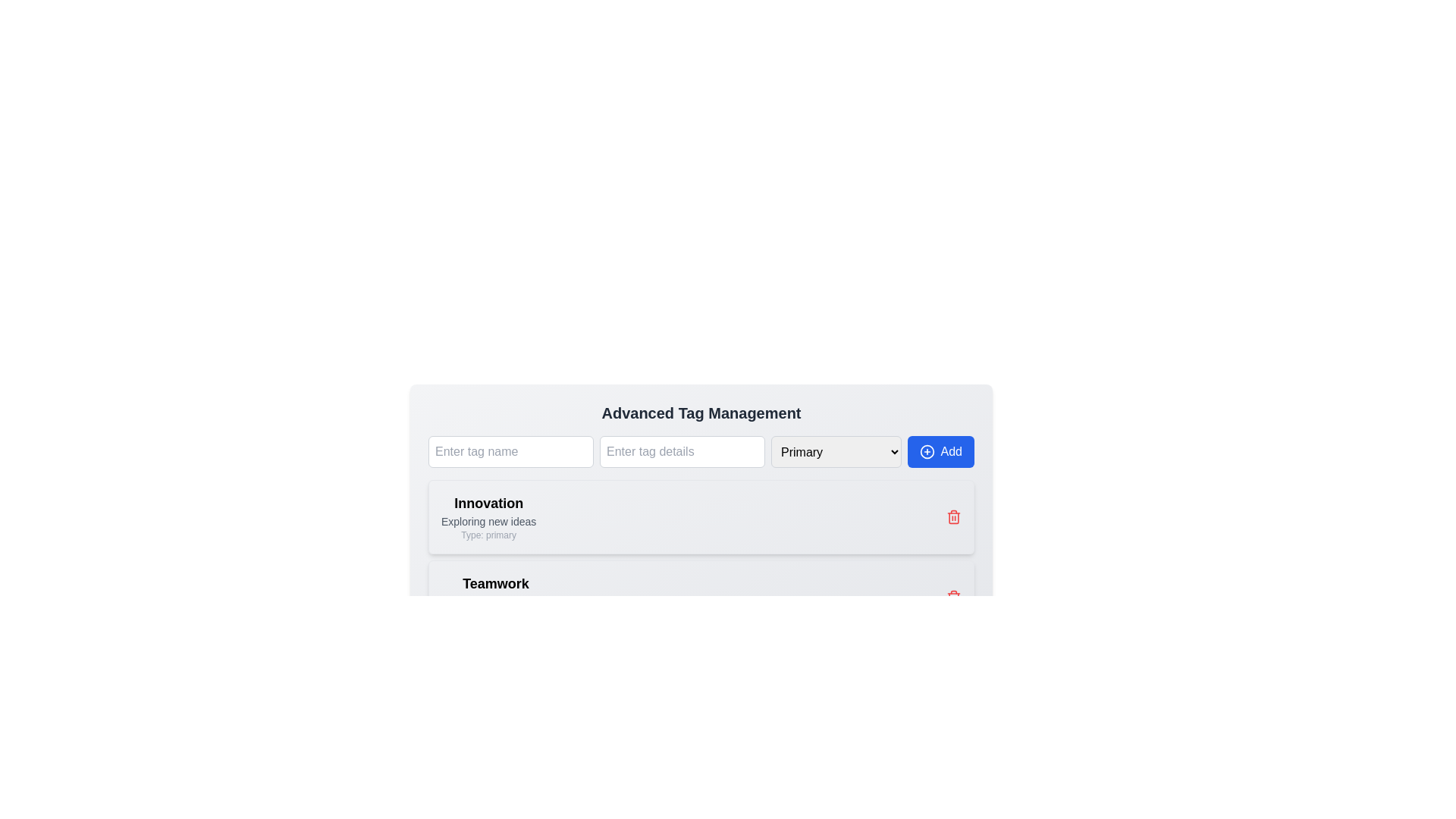  What do you see at coordinates (926, 451) in the screenshot?
I see `the circular icon with a plus symbol inside the blue 'Add' button located in the top-right section of the interface` at bounding box center [926, 451].